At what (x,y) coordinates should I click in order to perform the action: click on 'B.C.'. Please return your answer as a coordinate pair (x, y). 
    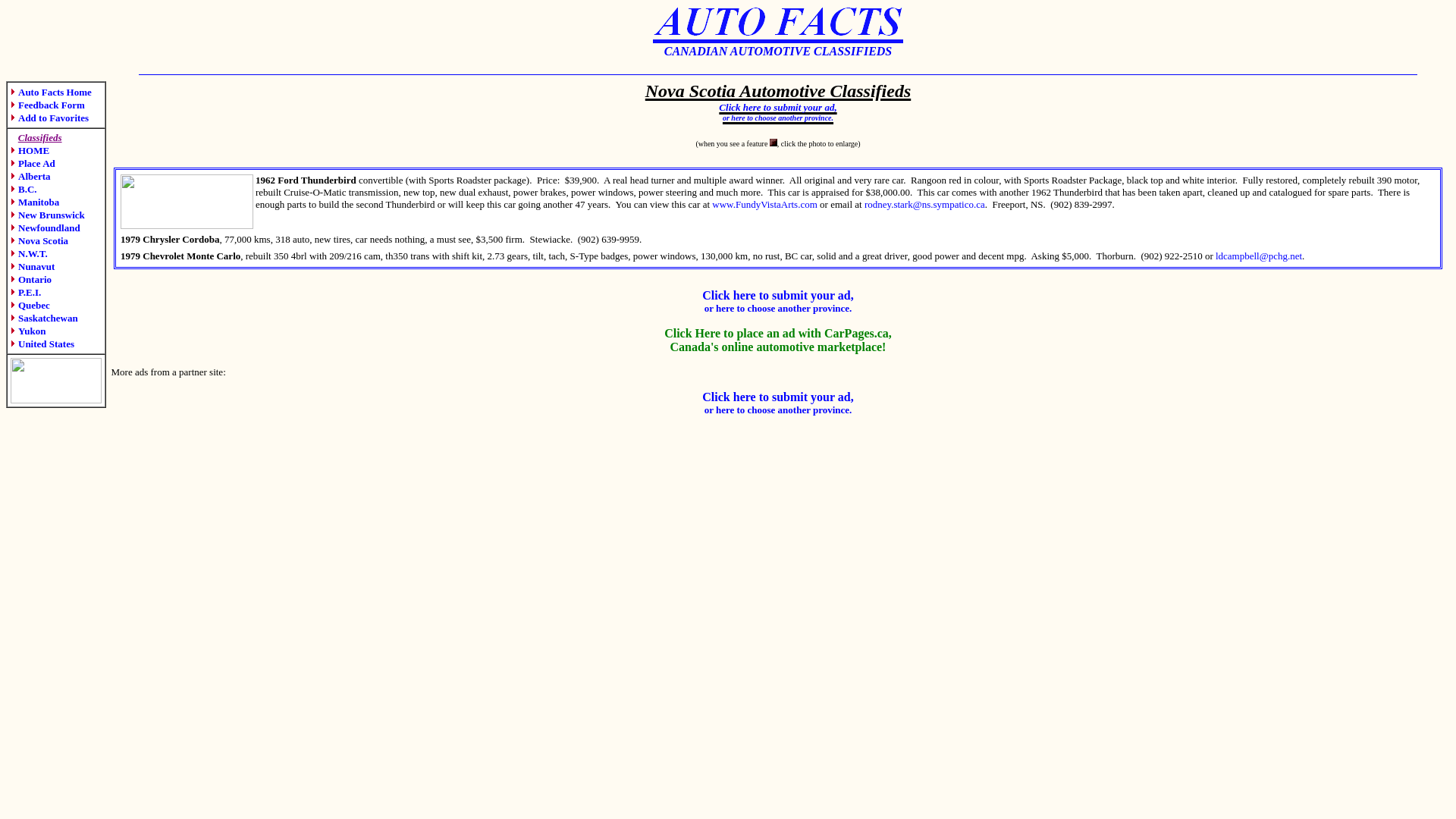
    Looking at the image, I should click on (24, 188).